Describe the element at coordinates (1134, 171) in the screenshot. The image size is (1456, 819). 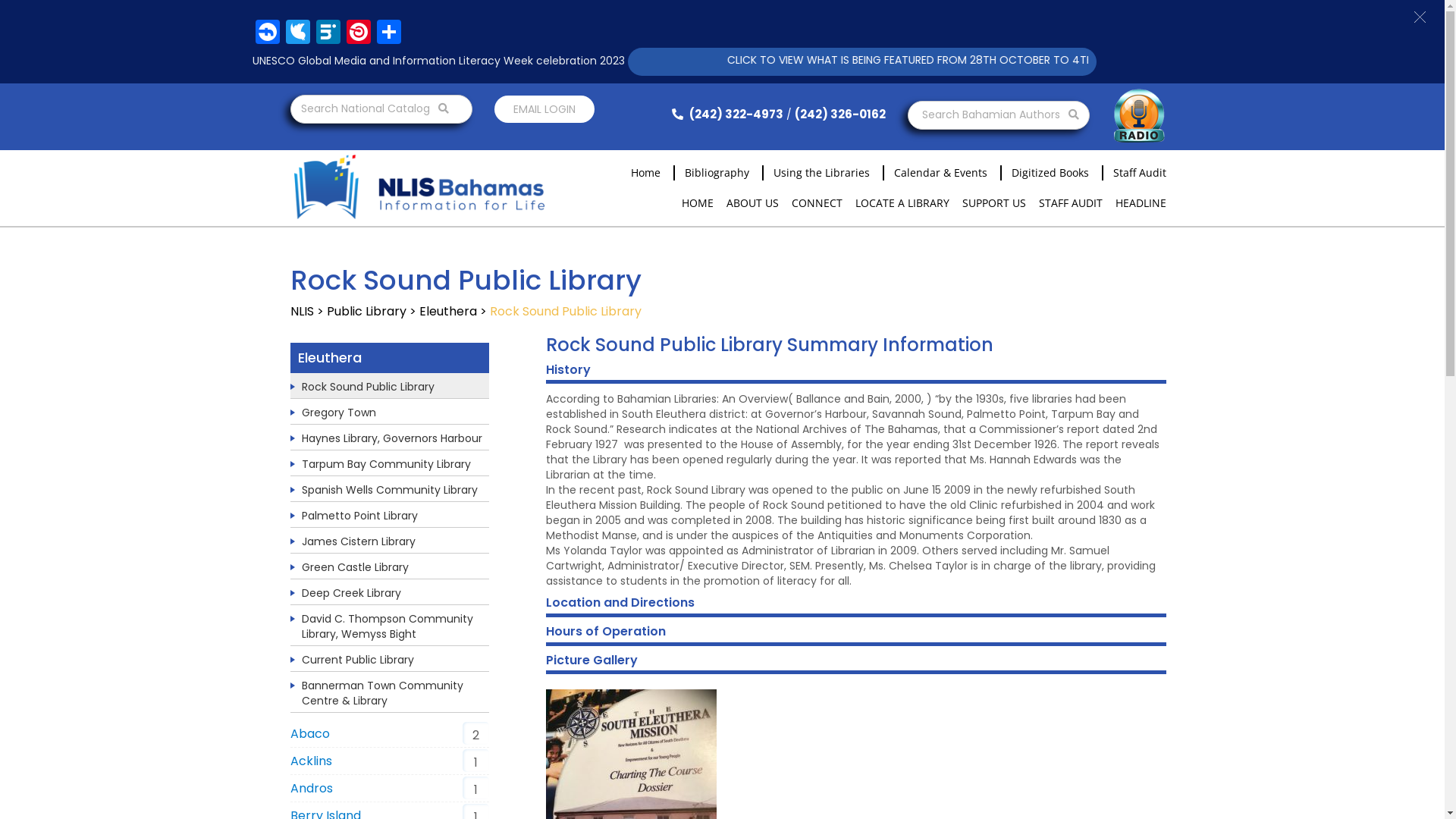
I see `'Staff Audit'` at that location.